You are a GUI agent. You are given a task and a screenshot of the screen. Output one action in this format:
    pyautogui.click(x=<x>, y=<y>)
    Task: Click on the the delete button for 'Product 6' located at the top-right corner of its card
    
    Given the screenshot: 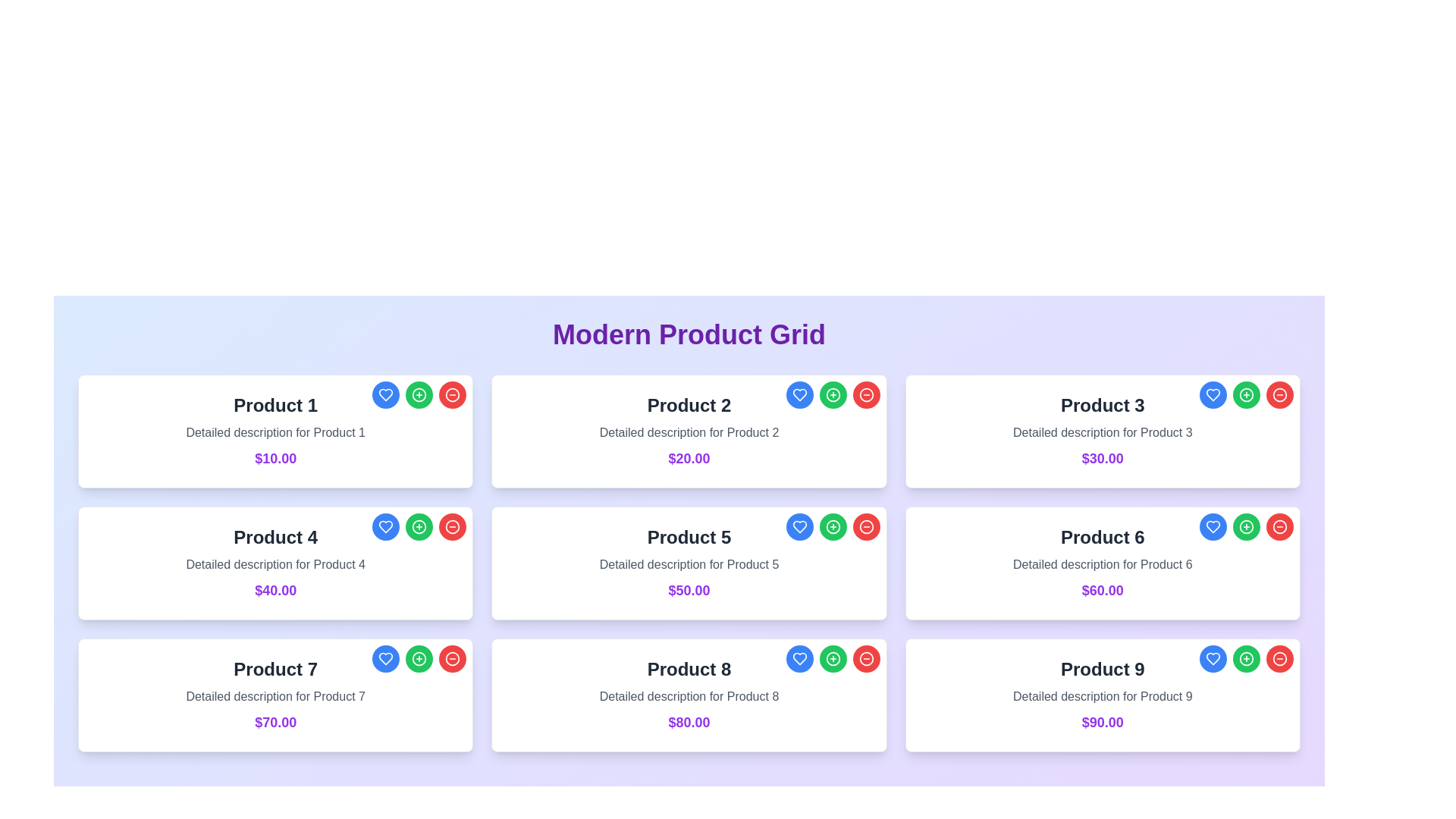 What is the action you would take?
    pyautogui.click(x=1279, y=526)
    